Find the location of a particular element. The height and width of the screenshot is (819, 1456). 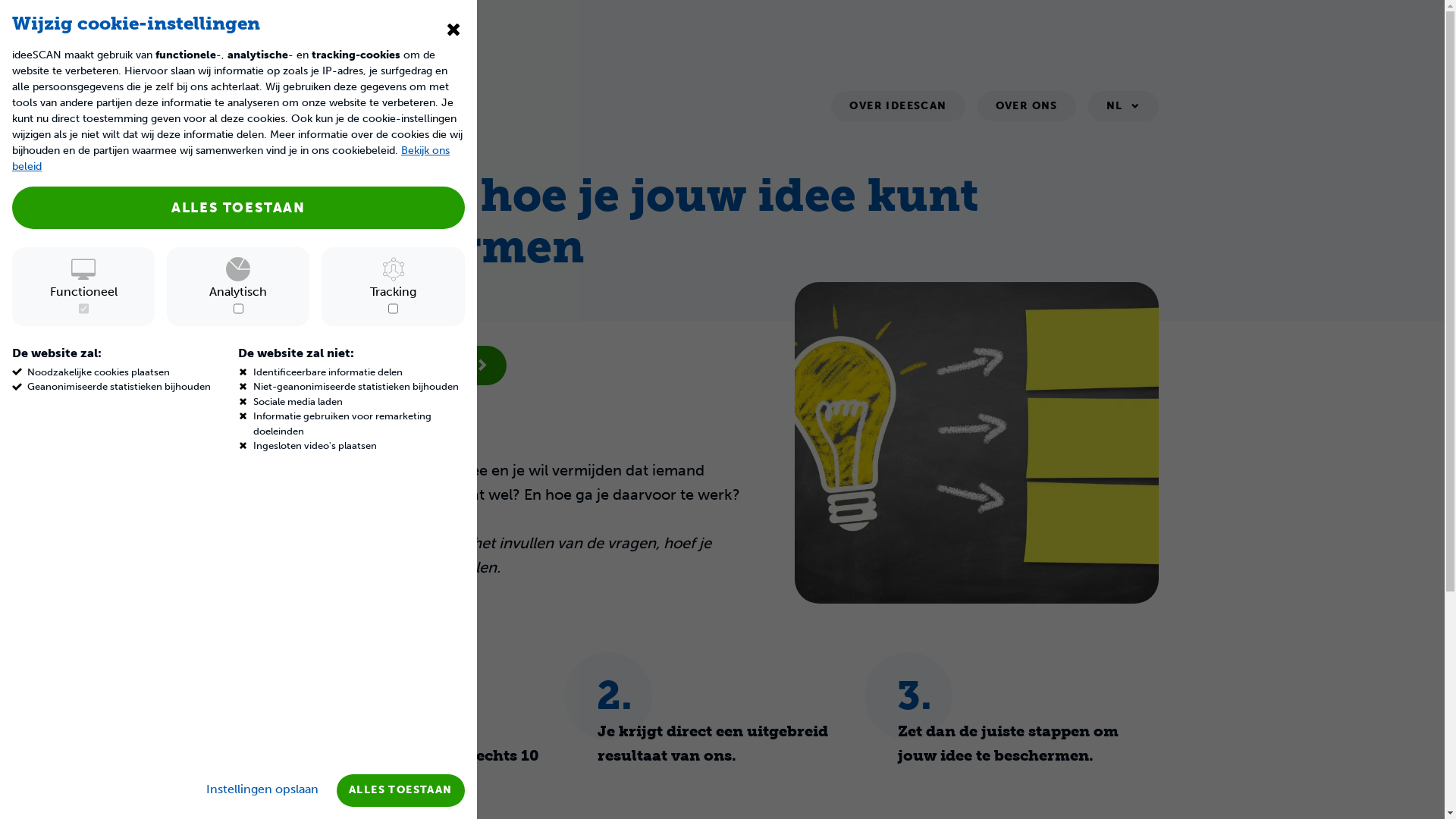

'Bekijk ons beleid' is located at coordinates (230, 158).